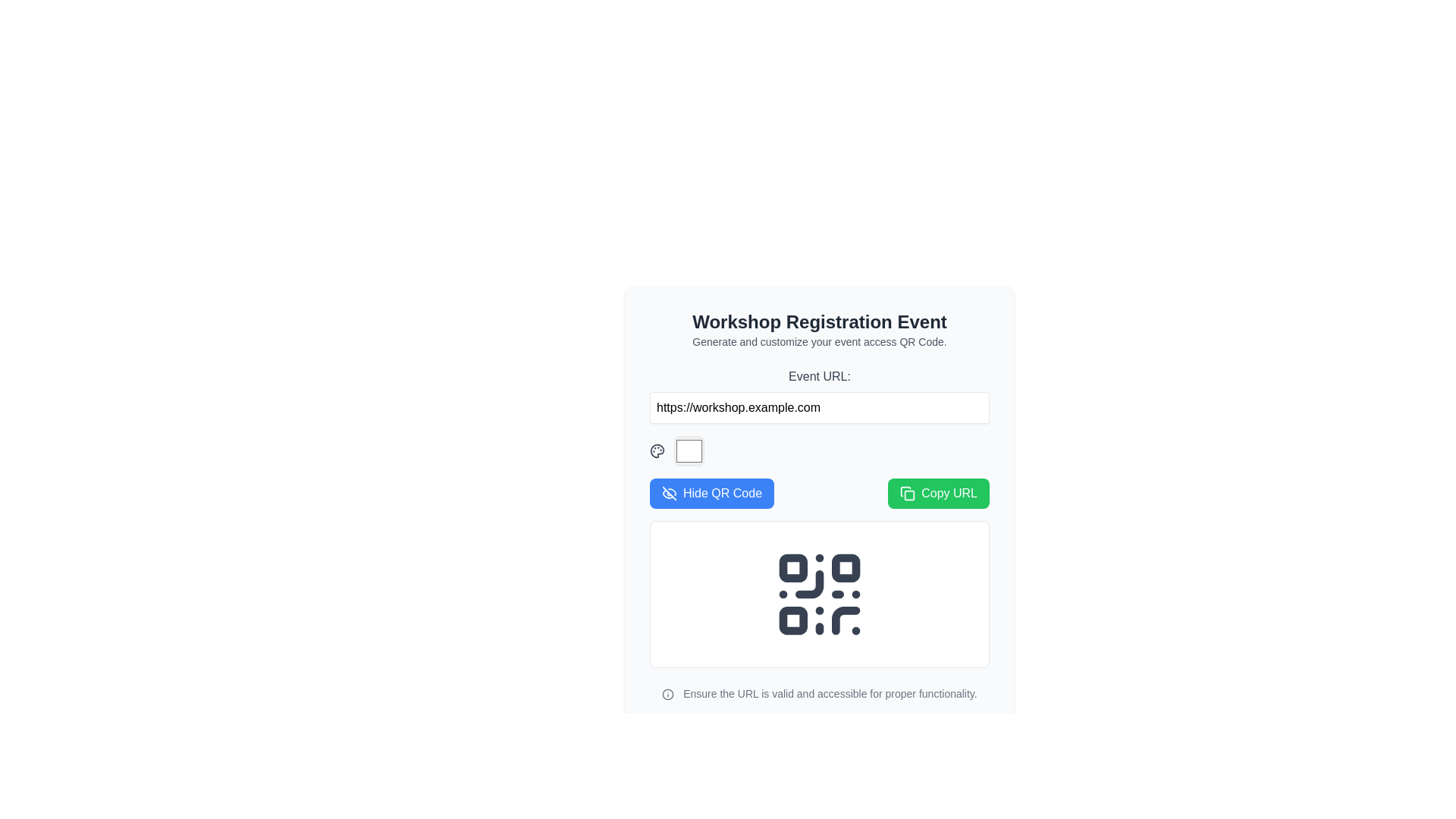 This screenshot has height=819, width=1456. I want to click on the small square icon with rounded corners that is part of the 'Copy URL' button, which depicts a document duplication symbol and is located in the upper-right region of the interface, so click(908, 494).